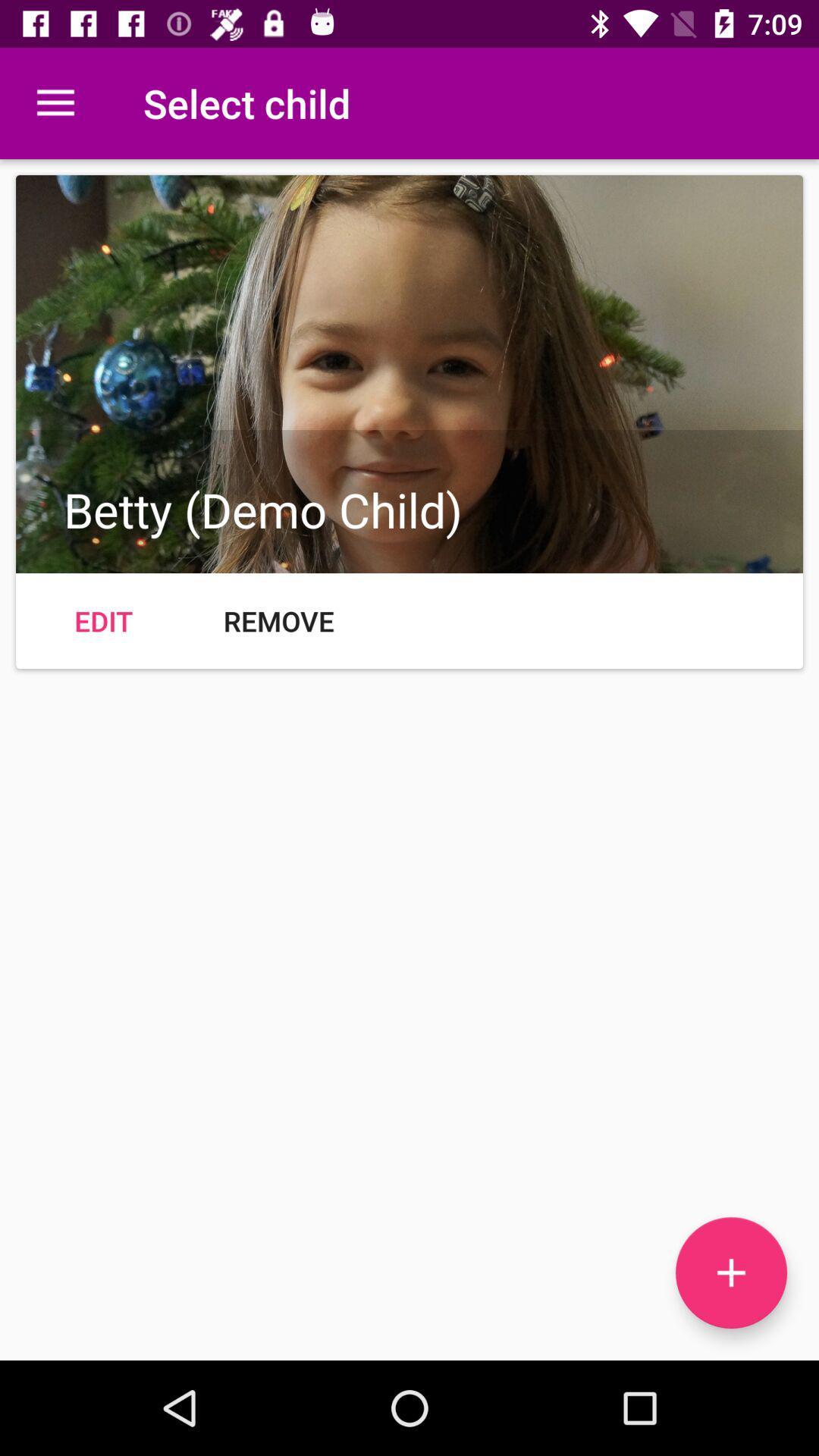 This screenshot has height=1456, width=819. Describe the element at coordinates (102, 621) in the screenshot. I see `icon next to remove icon` at that location.